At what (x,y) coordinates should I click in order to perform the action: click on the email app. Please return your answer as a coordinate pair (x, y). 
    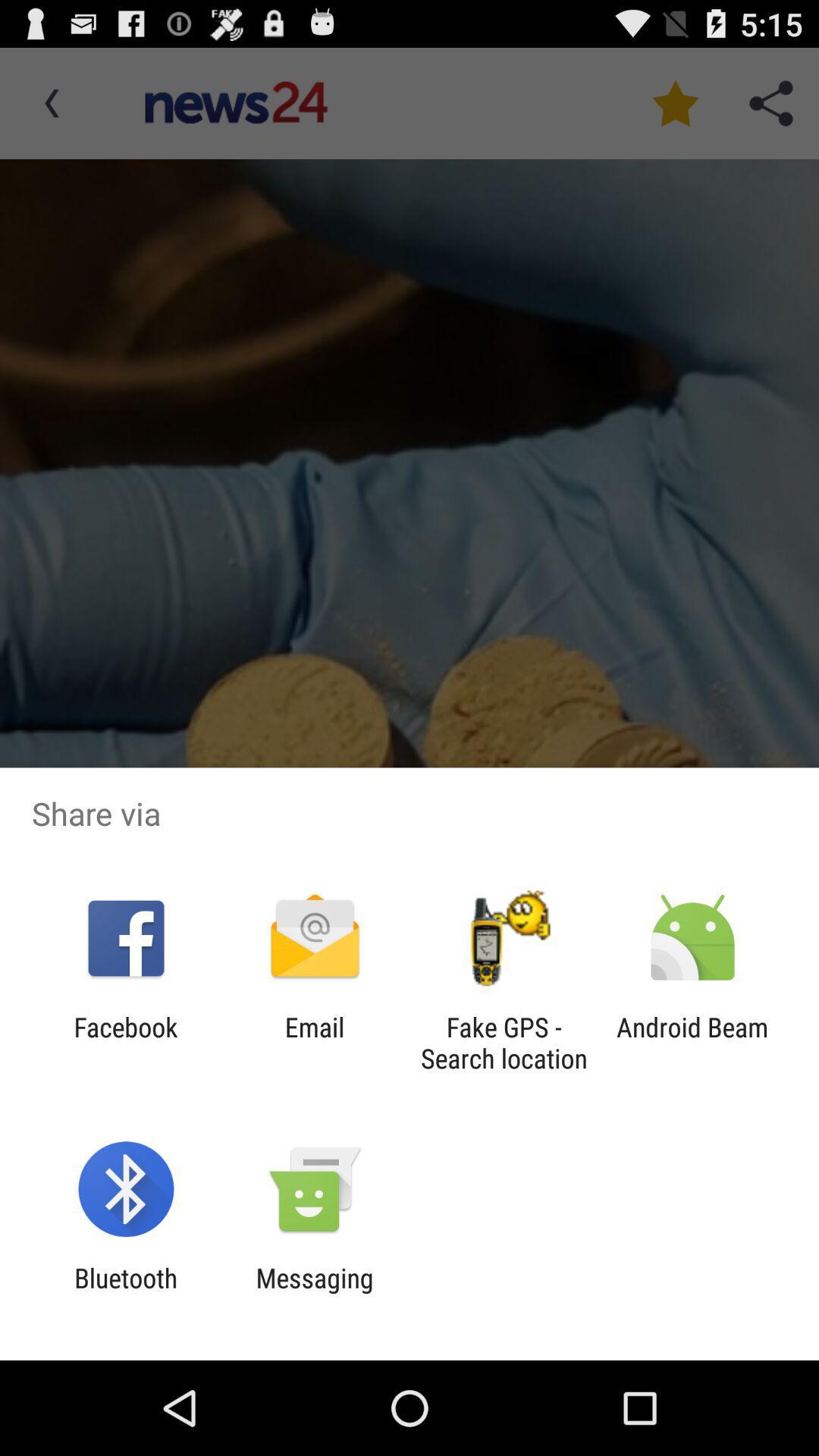
    Looking at the image, I should click on (314, 1042).